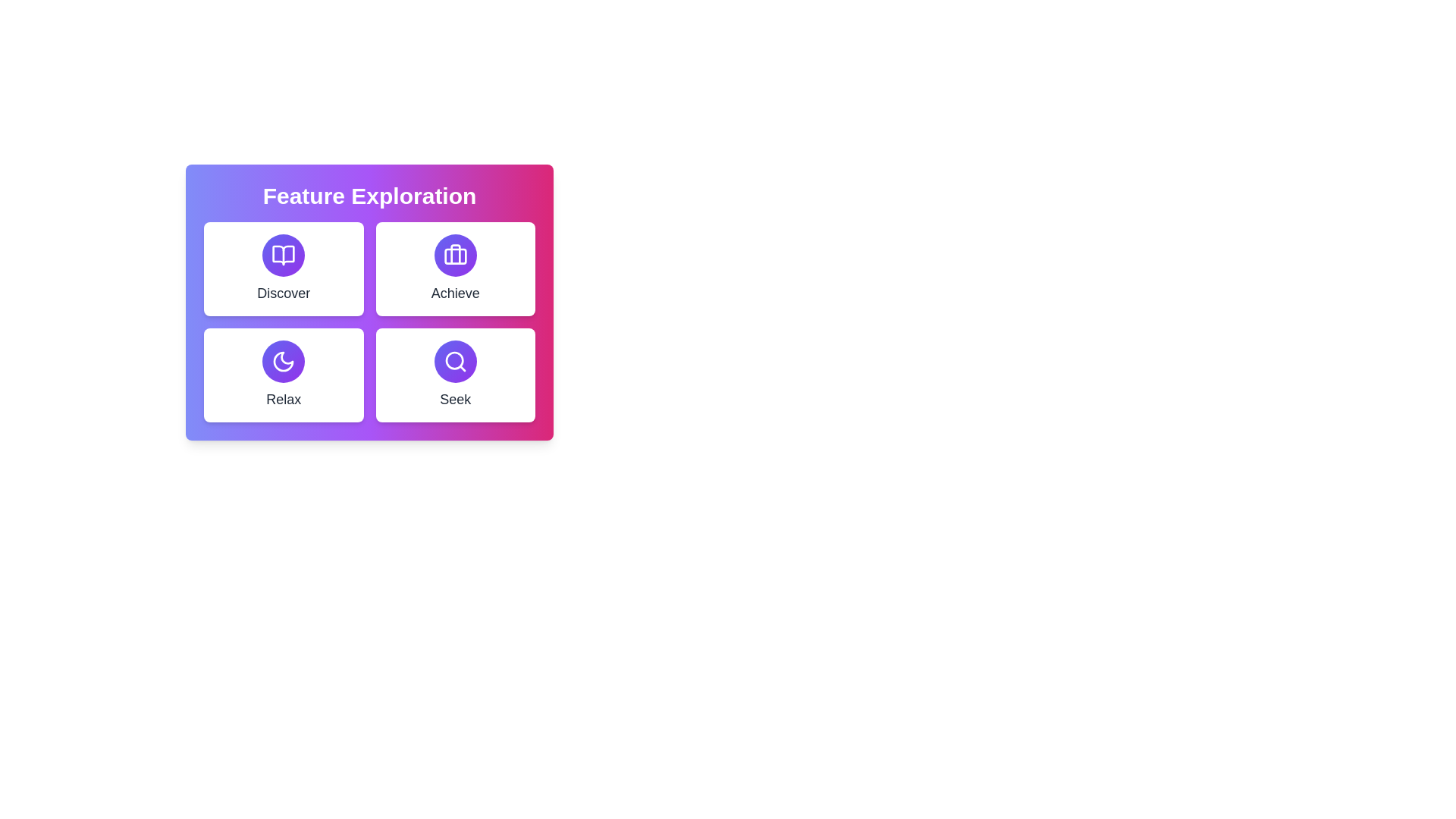 This screenshot has width=1456, height=819. I want to click on the 'Discover' button located in the top-left corner of the grid arrangement, so click(284, 254).